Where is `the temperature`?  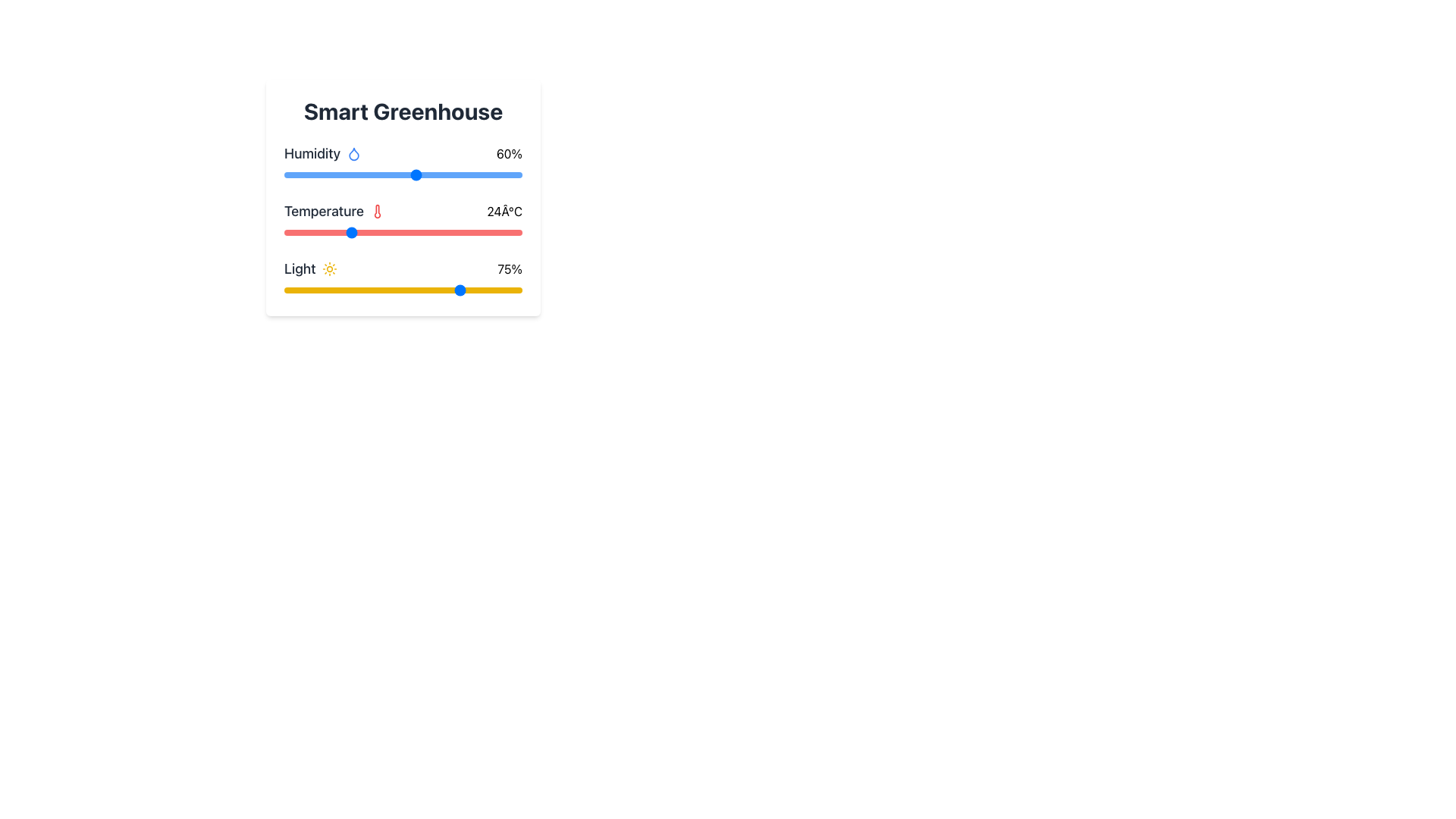 the temperature is located at coordinates (359, 233).